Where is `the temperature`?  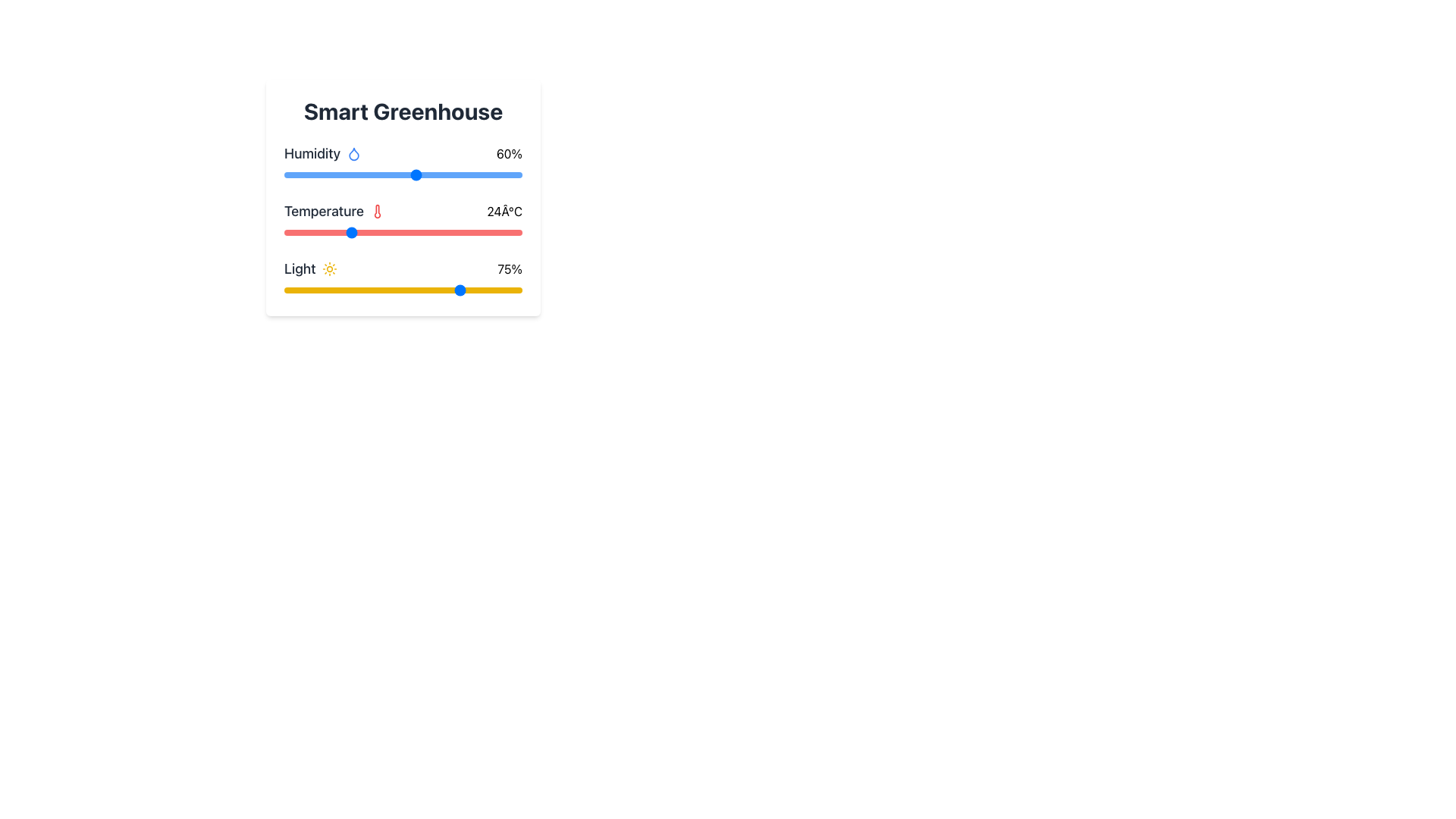 the temperature is located at coordinates (359, 233).